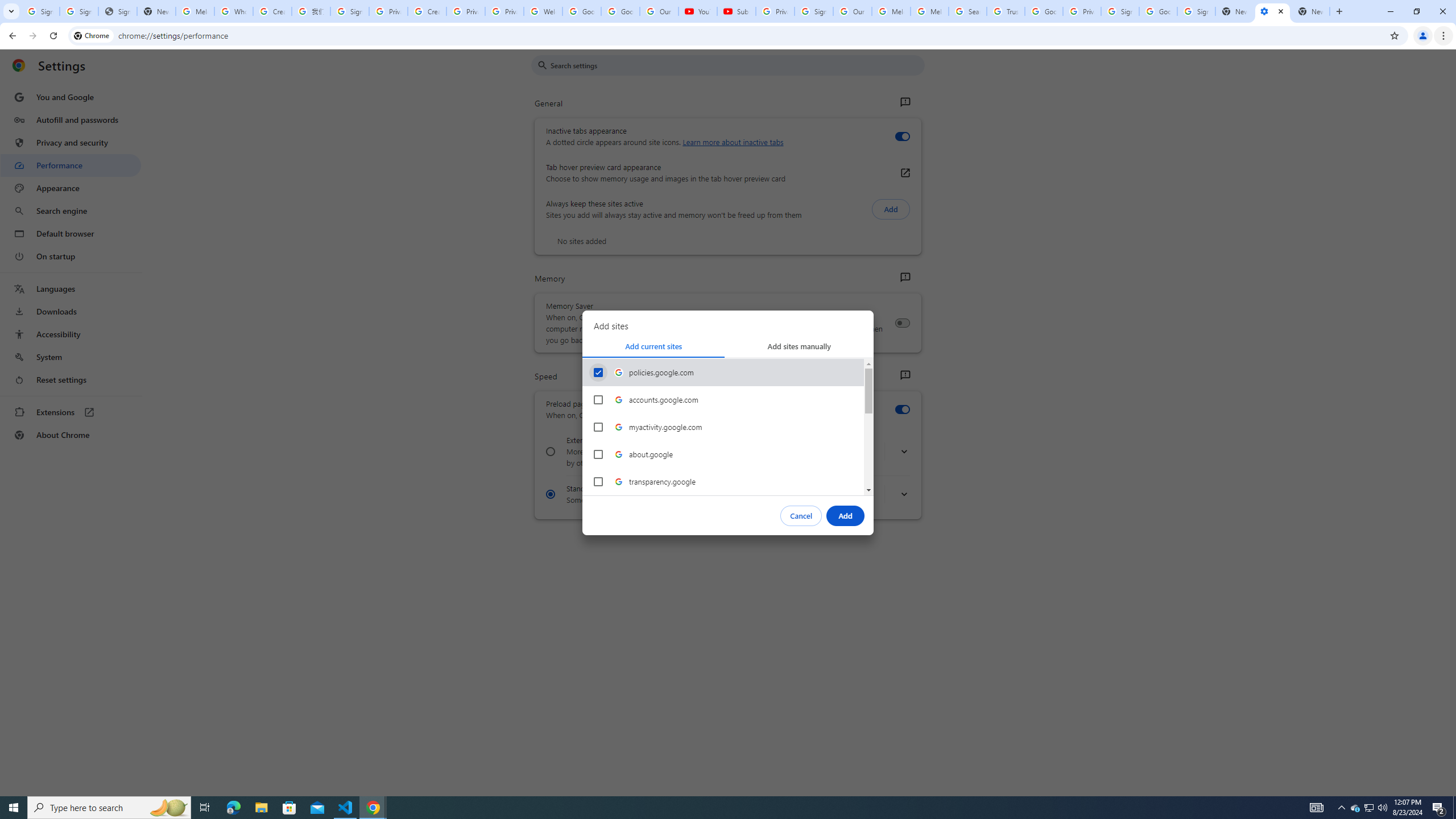 This screenshot has height=819, width=1456. What do you see at coordinates (1310, 11) in the screenshot?
I see `'New Tab'` at bounding box center [1310, 11].